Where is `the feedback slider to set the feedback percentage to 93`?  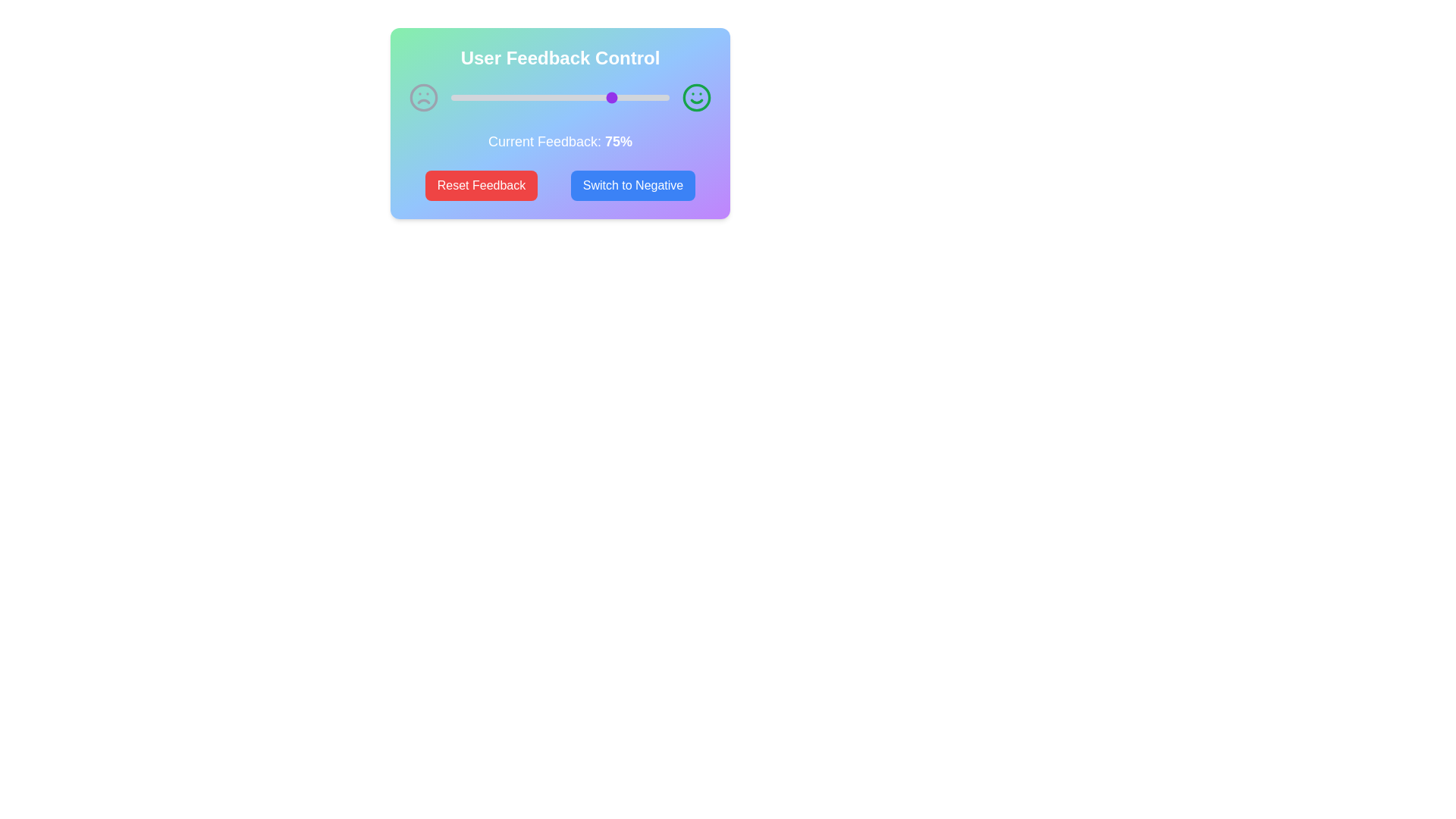 the feedback slider to set the feedback percentage to 93 is located at coordinates (654, 97).